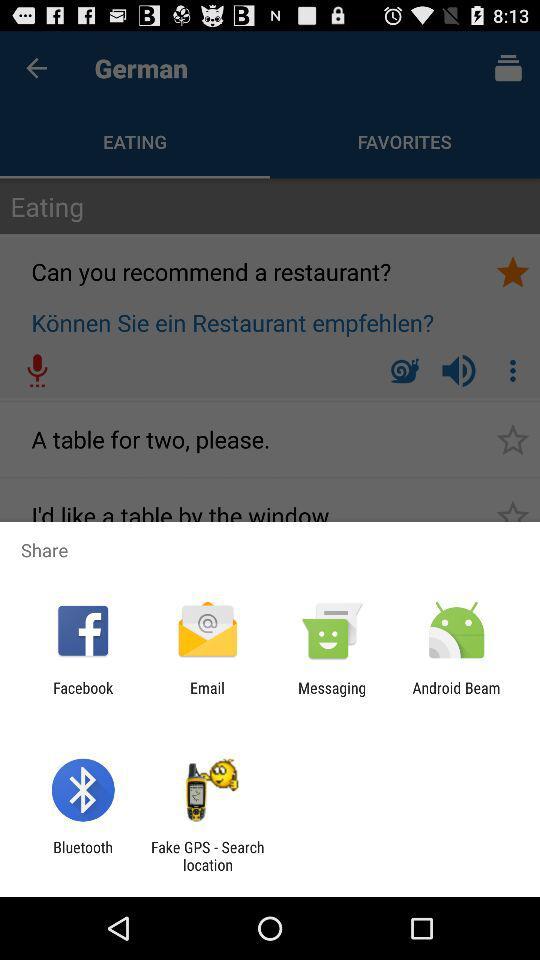 This screenshot has width=540, height=960. Describe the element at coordinates (206, 855) in the screenshot. I see `the item to the right of the bluetooth app` at that location.